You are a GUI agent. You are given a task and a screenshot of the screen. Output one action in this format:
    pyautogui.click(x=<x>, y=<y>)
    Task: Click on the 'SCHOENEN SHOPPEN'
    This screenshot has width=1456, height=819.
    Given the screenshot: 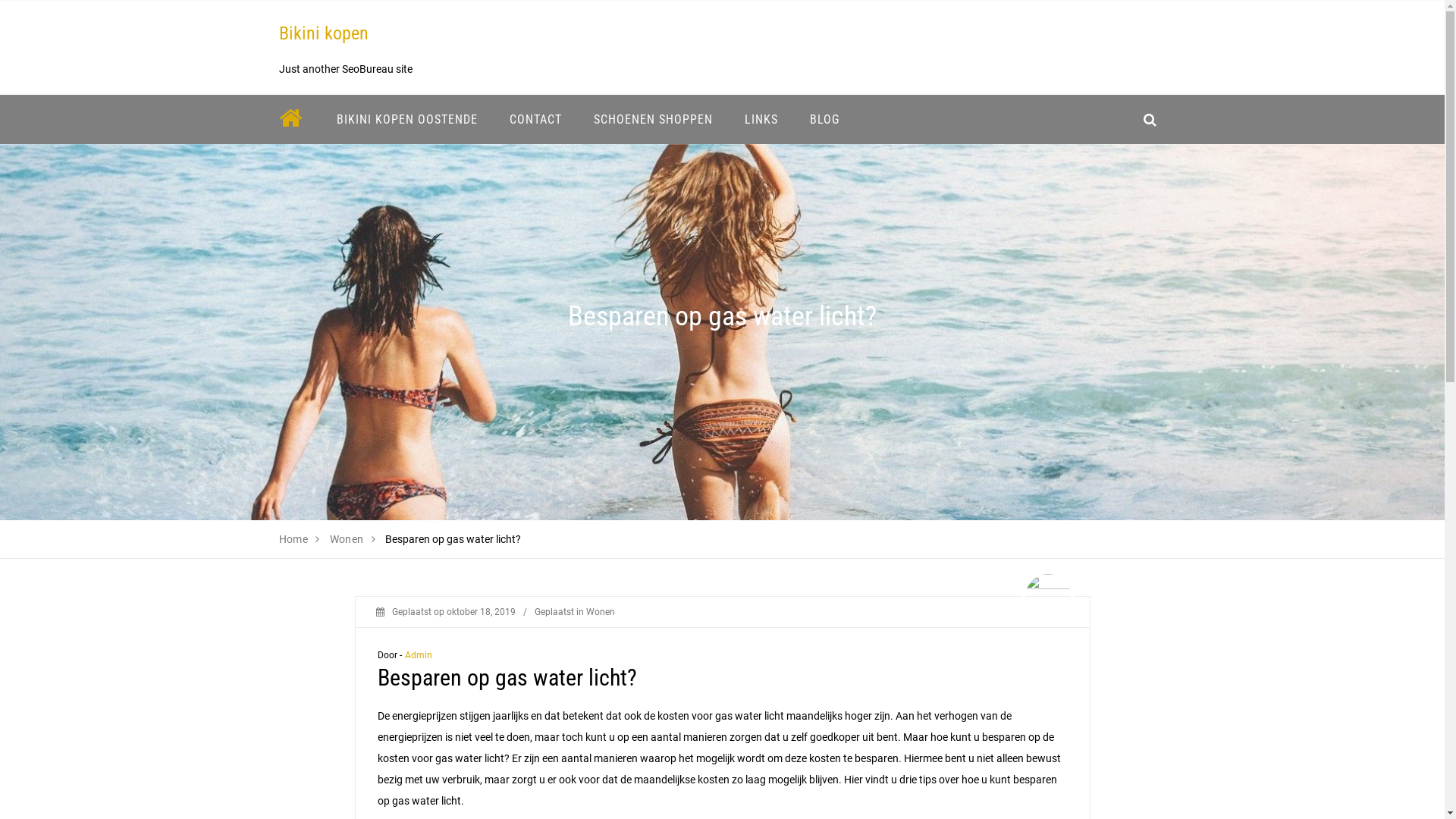 What is the action you would take?
    pyautogui.click(x=653, y=118)
    